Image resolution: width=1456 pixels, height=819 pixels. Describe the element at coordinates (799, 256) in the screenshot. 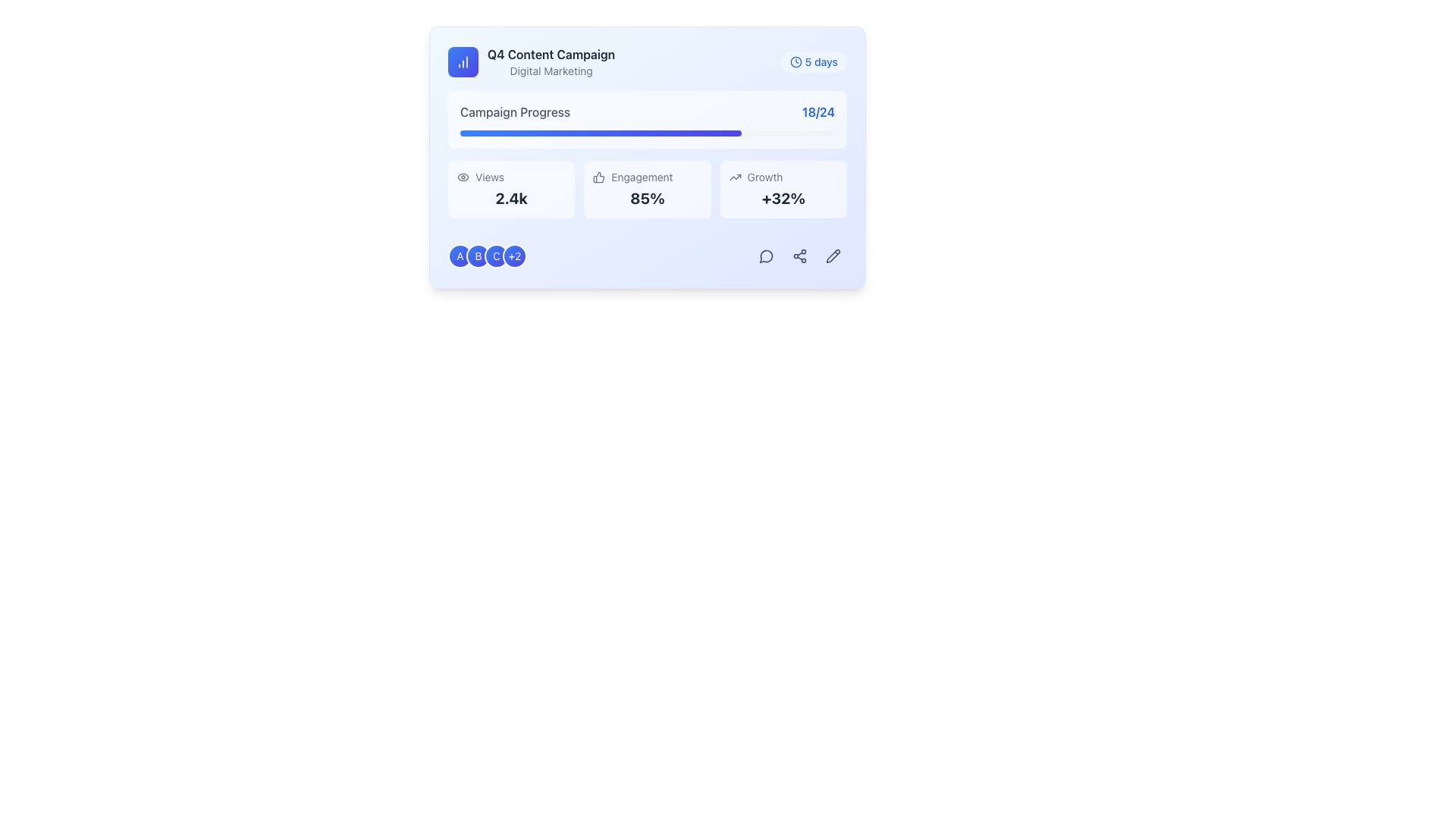

I see `the central icon representing three interconnected nodes, which is the second icon in a horizontal group of three icons located in the bottom-right corner of a card-like layout` at that location.